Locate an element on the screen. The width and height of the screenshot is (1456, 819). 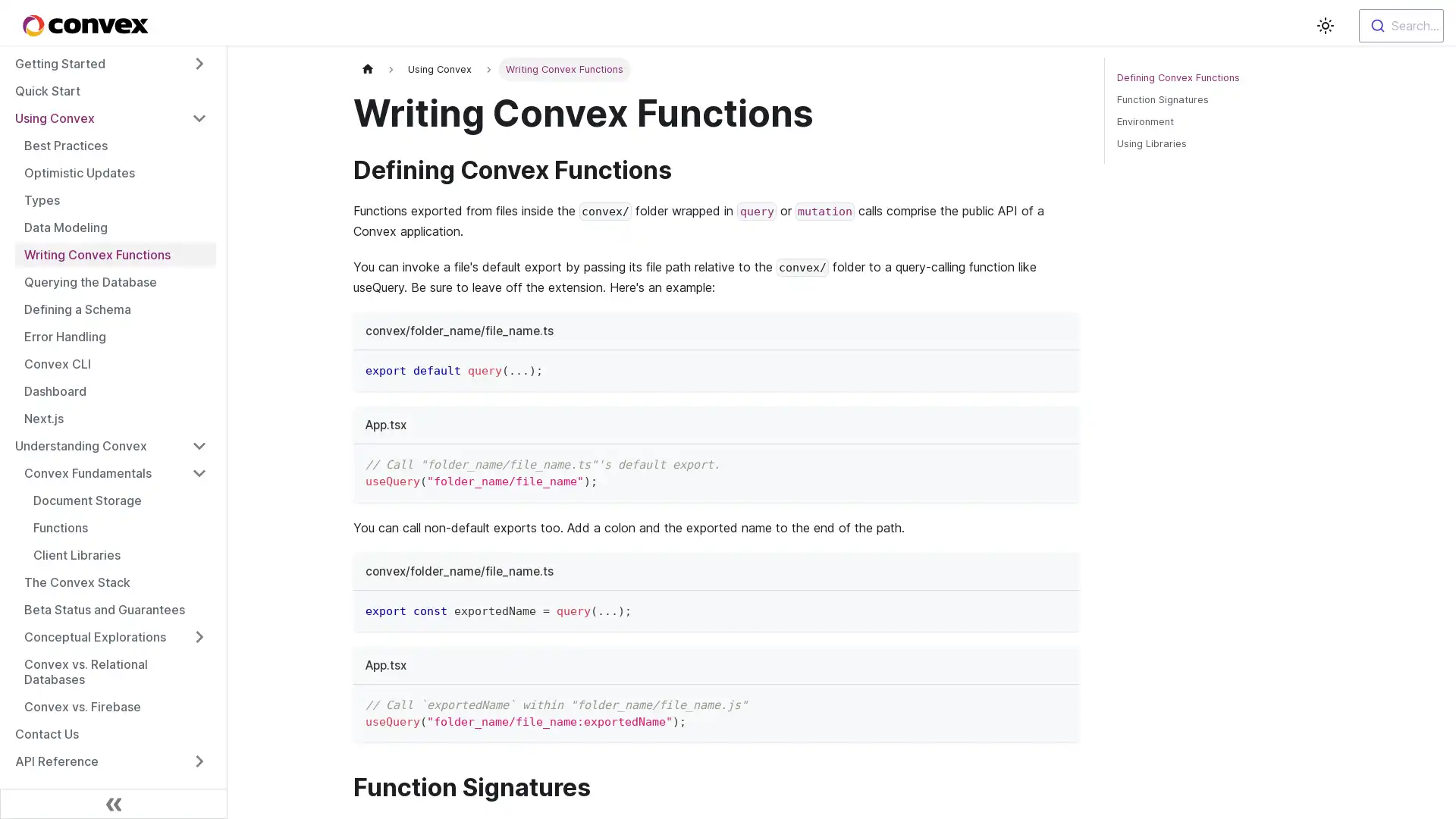
Toggle the collapsible sidebar category 'Using Convex' is located at coordinates (199, 117).